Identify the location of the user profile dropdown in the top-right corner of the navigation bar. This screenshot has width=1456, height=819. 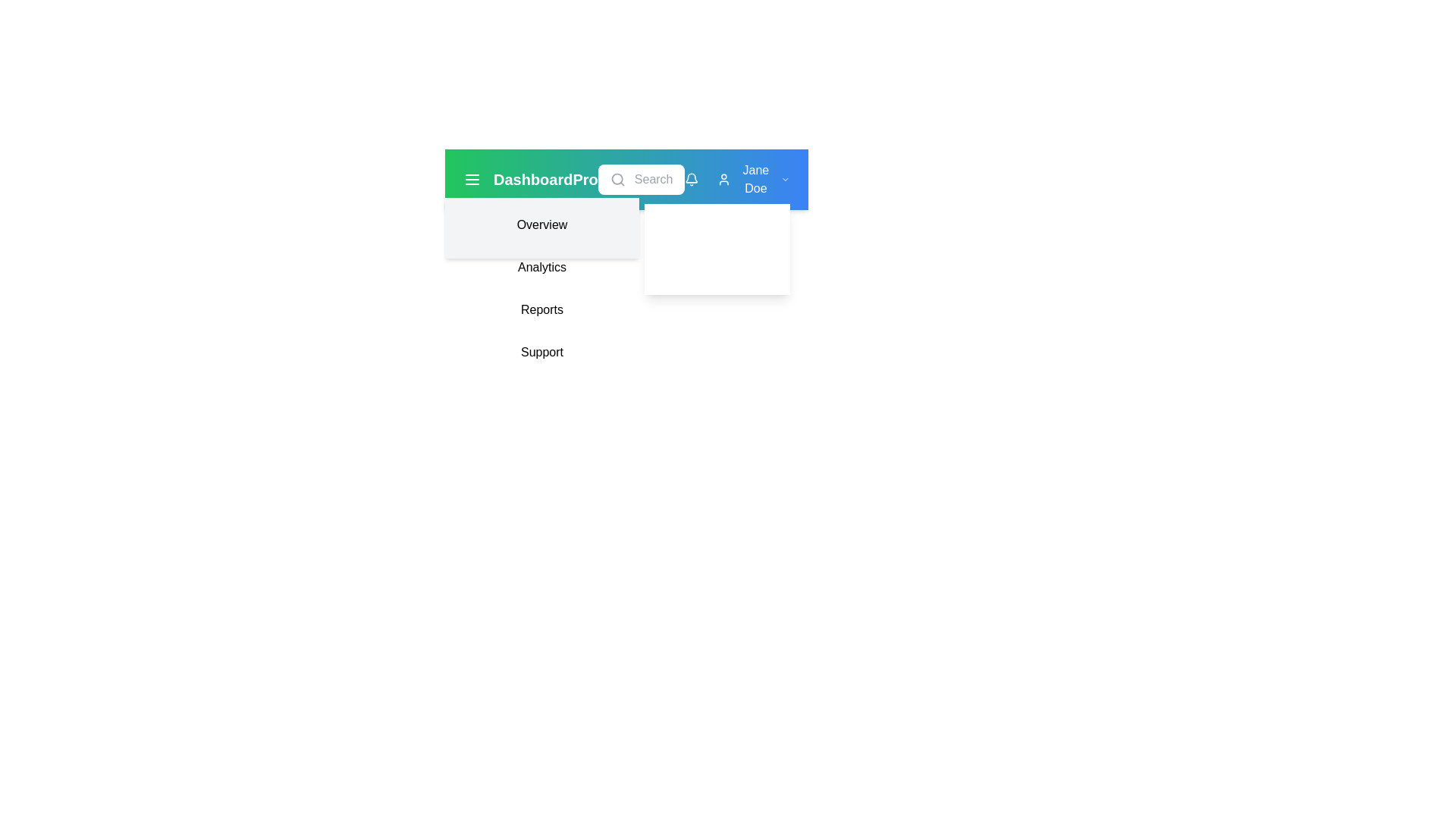
(737, 178).